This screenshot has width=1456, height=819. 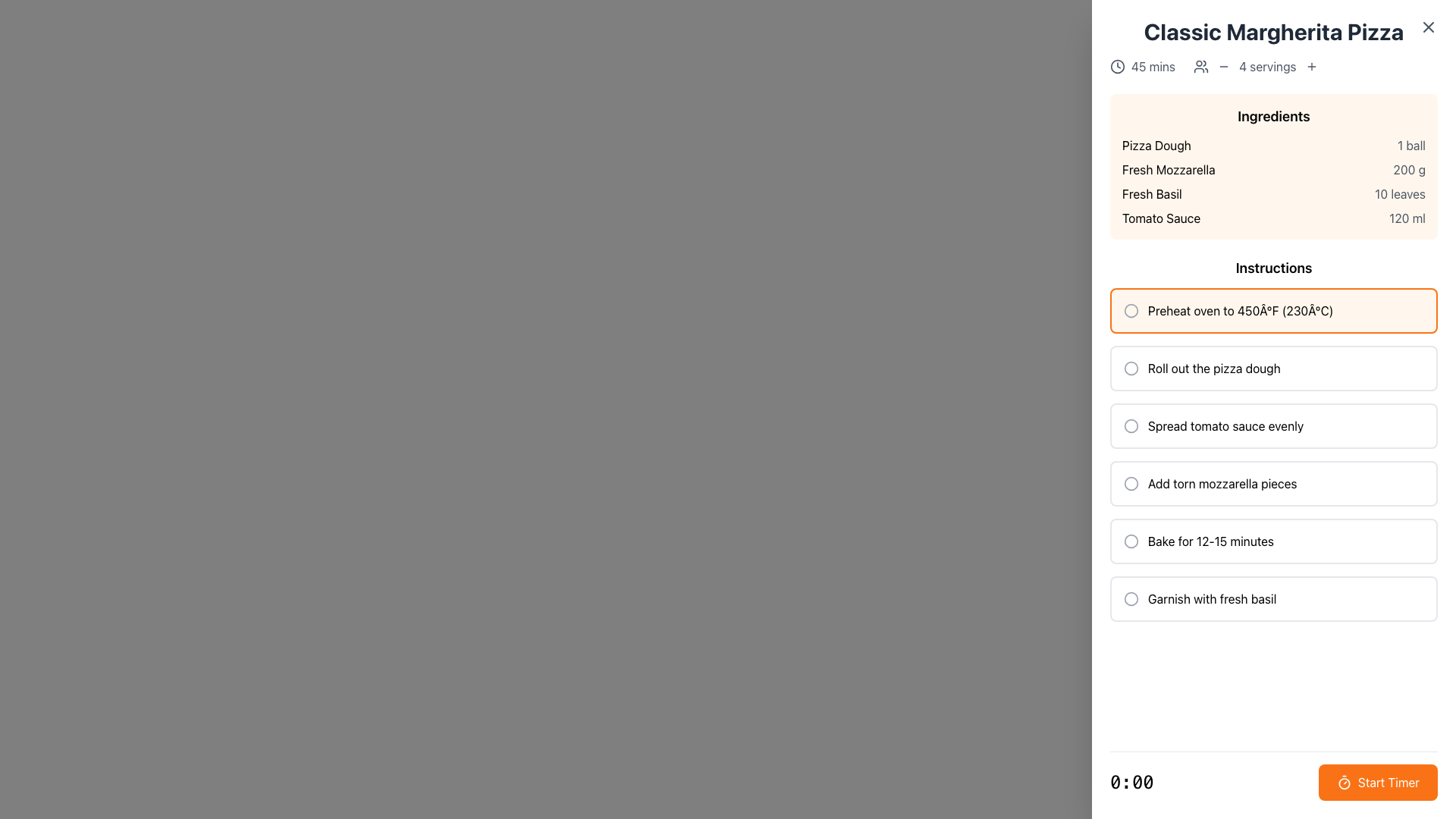 I want to click on informational display that shows '45 mins' and '4 servings' with interactive buttons for adjusting servings, located at the top of the right panel underneath the title 'Classic Margherita Pizza', so click(x=1274, y=66).